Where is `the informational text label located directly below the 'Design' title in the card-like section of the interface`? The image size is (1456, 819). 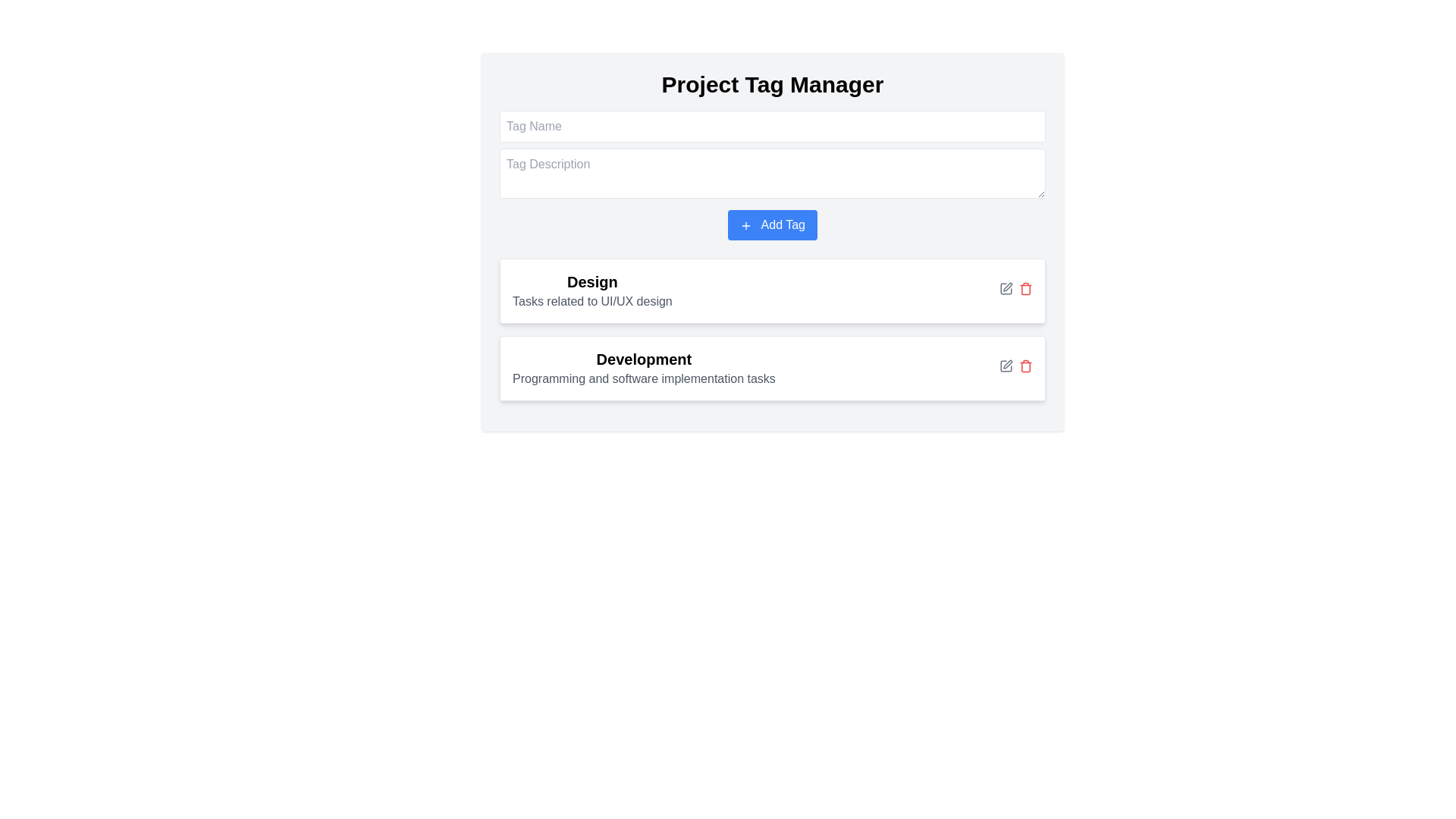
the informational text label located directly below the 'Design' title in the card-like section of the interface is located at coordinates (591, 301).